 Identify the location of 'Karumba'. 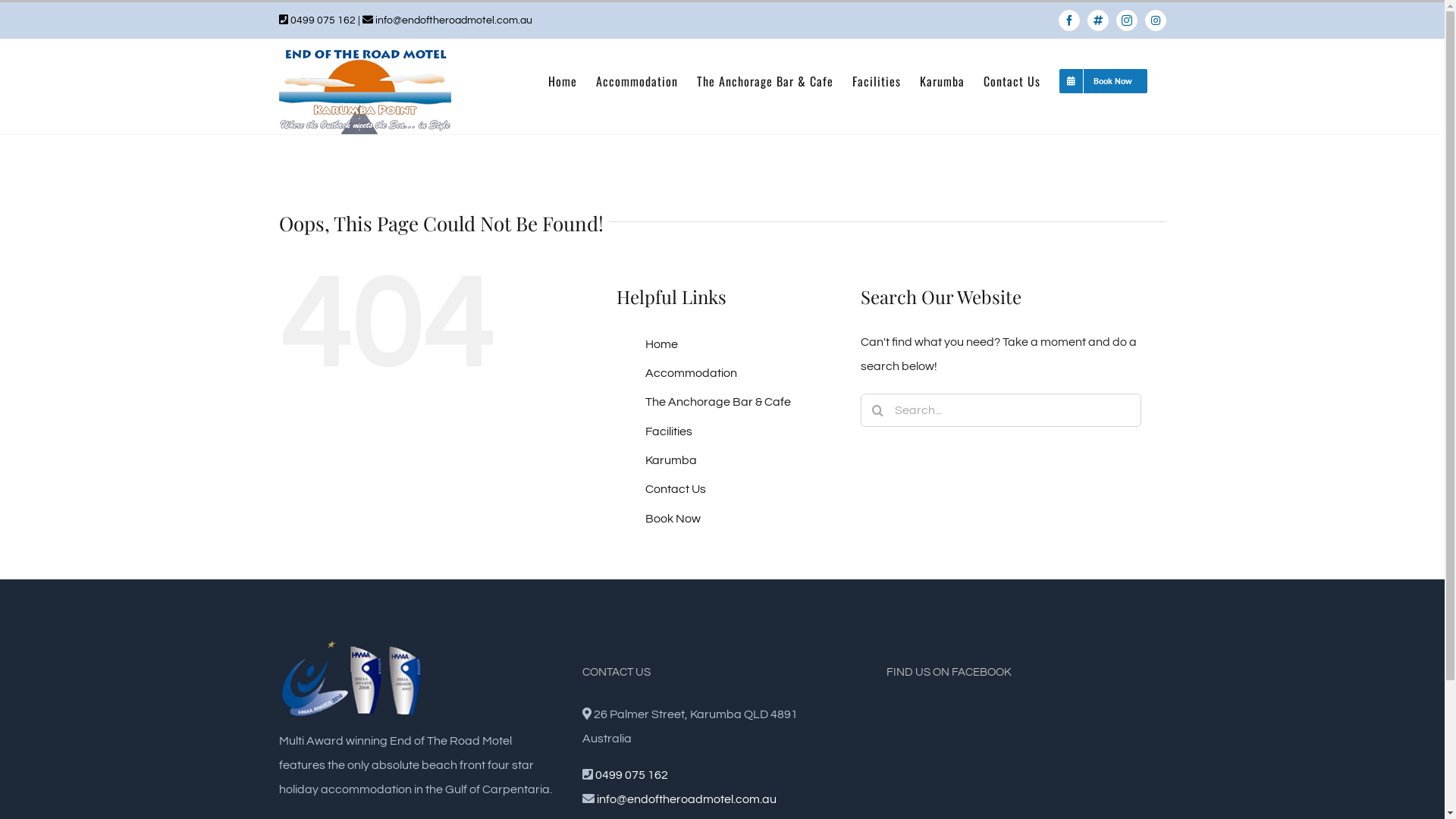
(645, 459).